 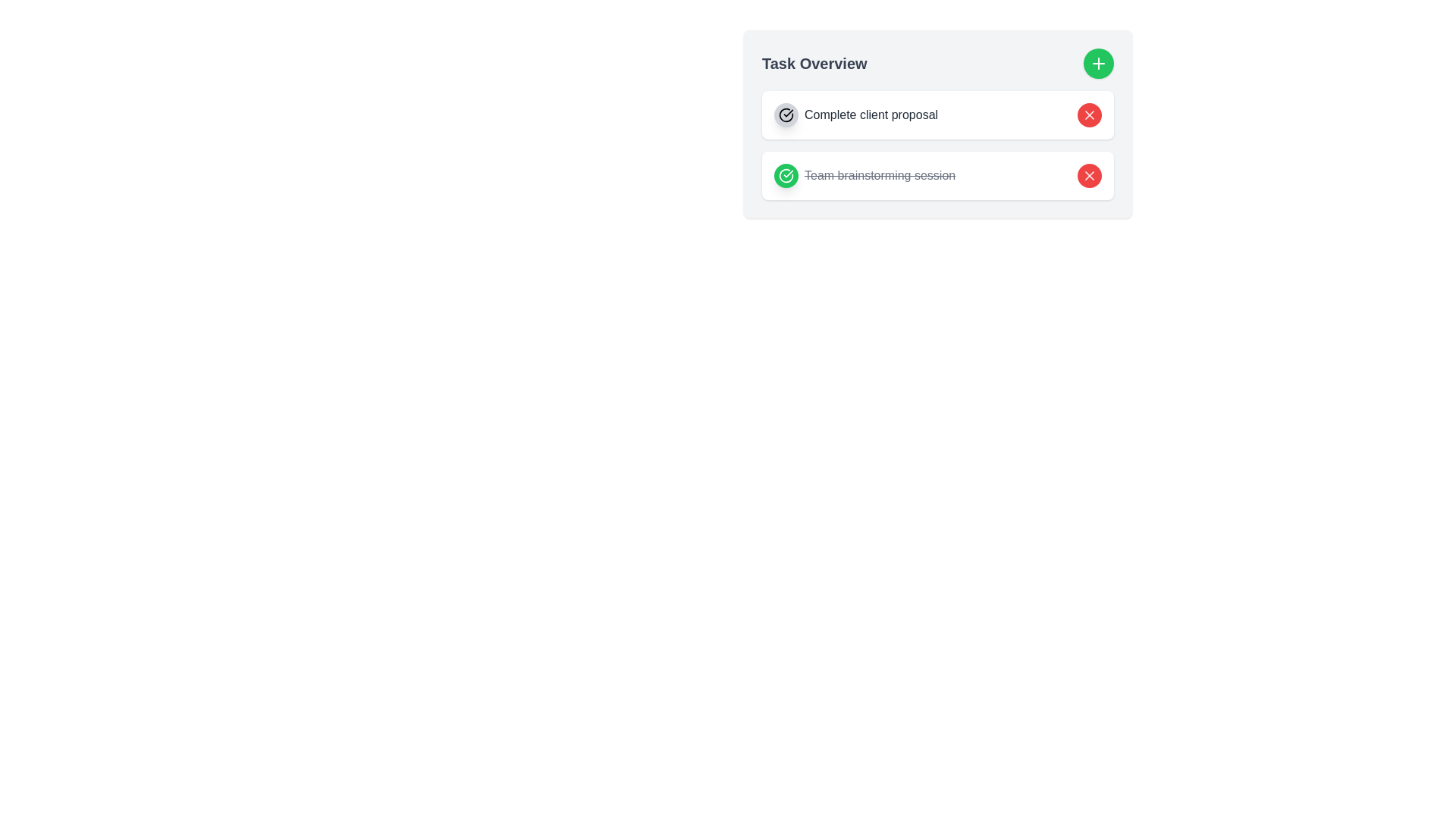 What do you see at coordinates (864, 174) in the screenshot?
I see `the list item with the strikethrough text 'Team brainstorming session' and a green circular icon with a white checkmark` at bounding box center [864, 174].